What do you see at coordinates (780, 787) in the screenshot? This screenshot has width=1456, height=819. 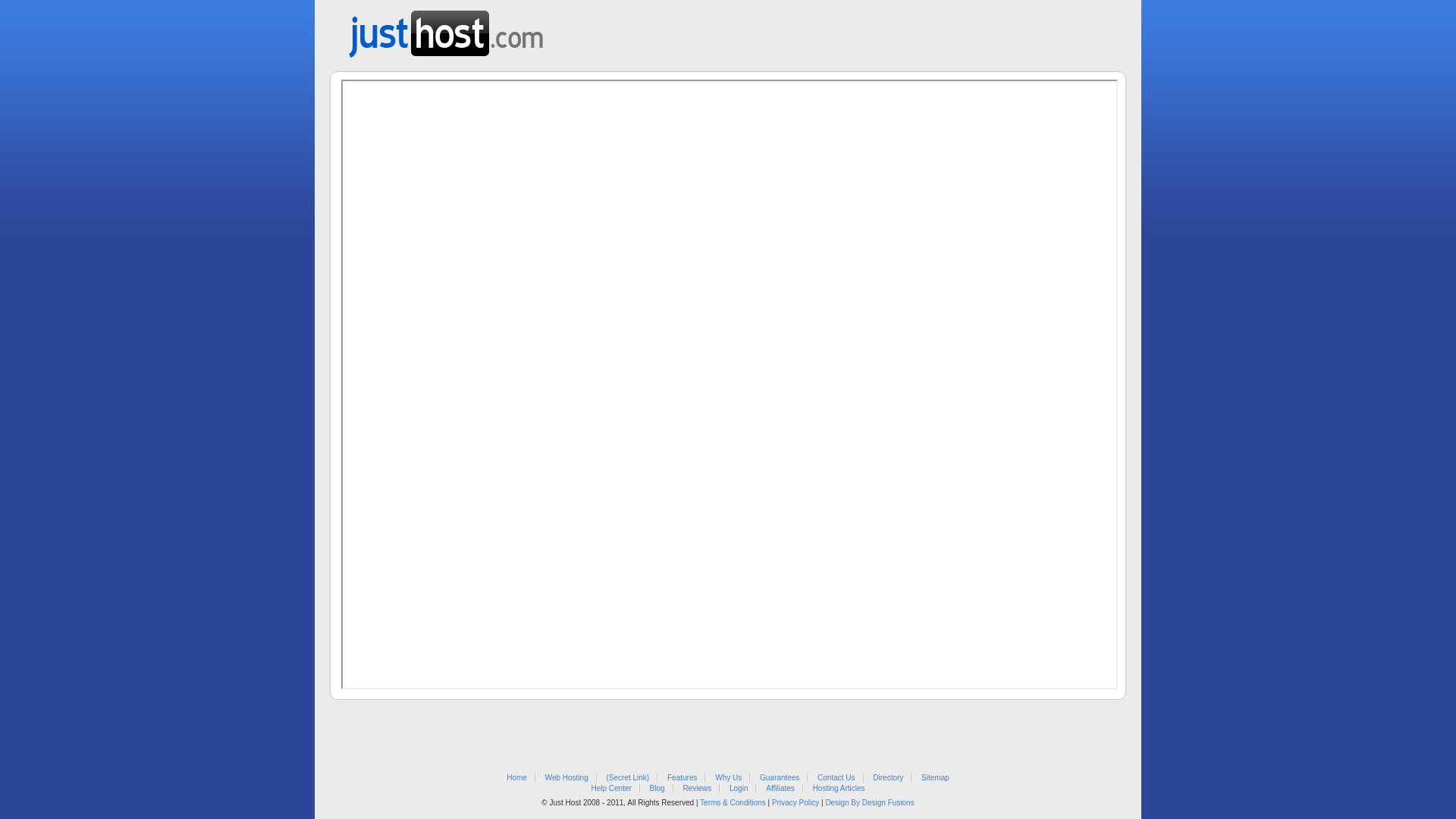 I see `'Affiliates'` at bounding box center [780, 787].